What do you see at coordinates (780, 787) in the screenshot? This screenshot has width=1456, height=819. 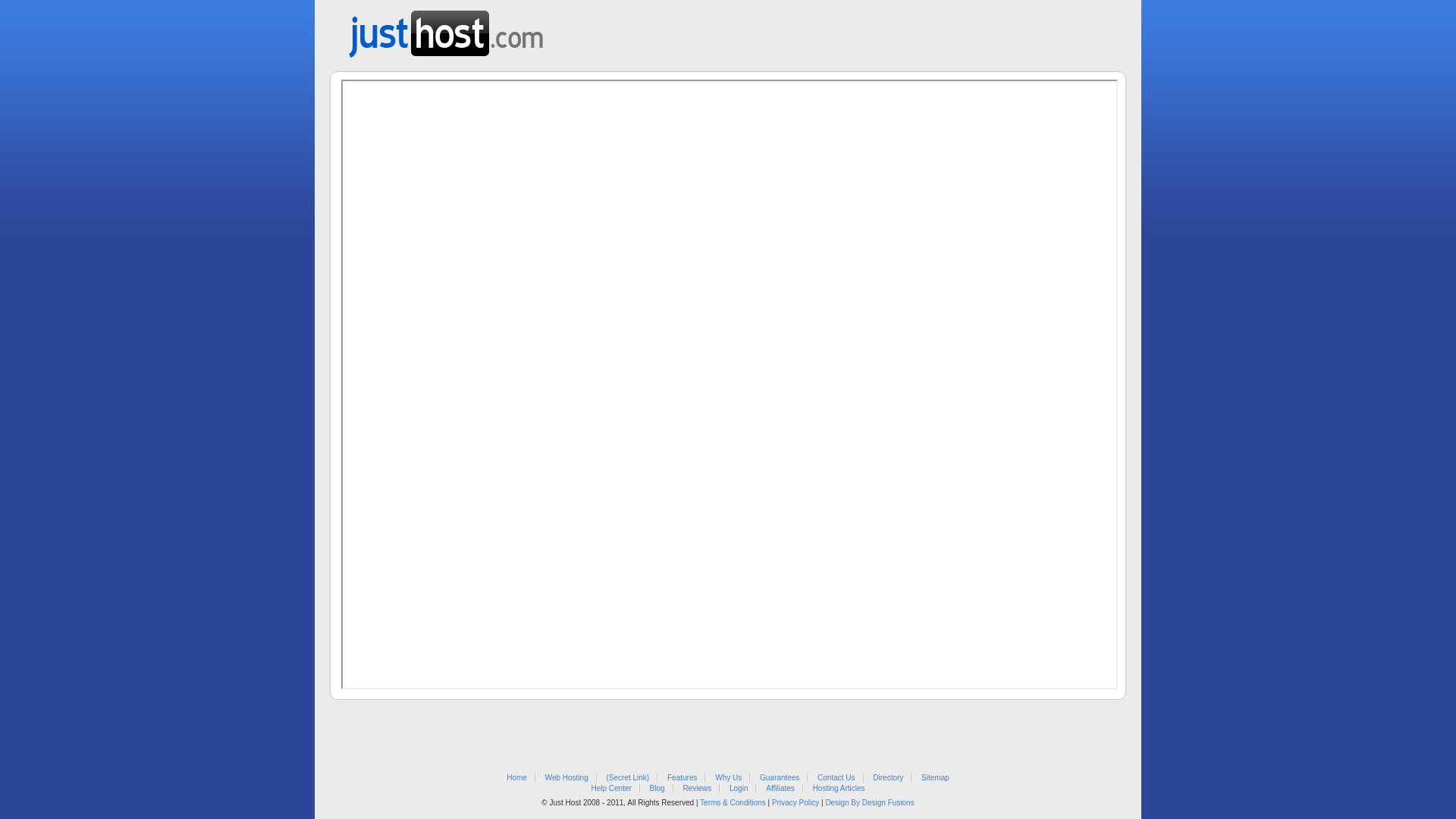 I see `'Affiliates'` at bounding box center [780, 787].